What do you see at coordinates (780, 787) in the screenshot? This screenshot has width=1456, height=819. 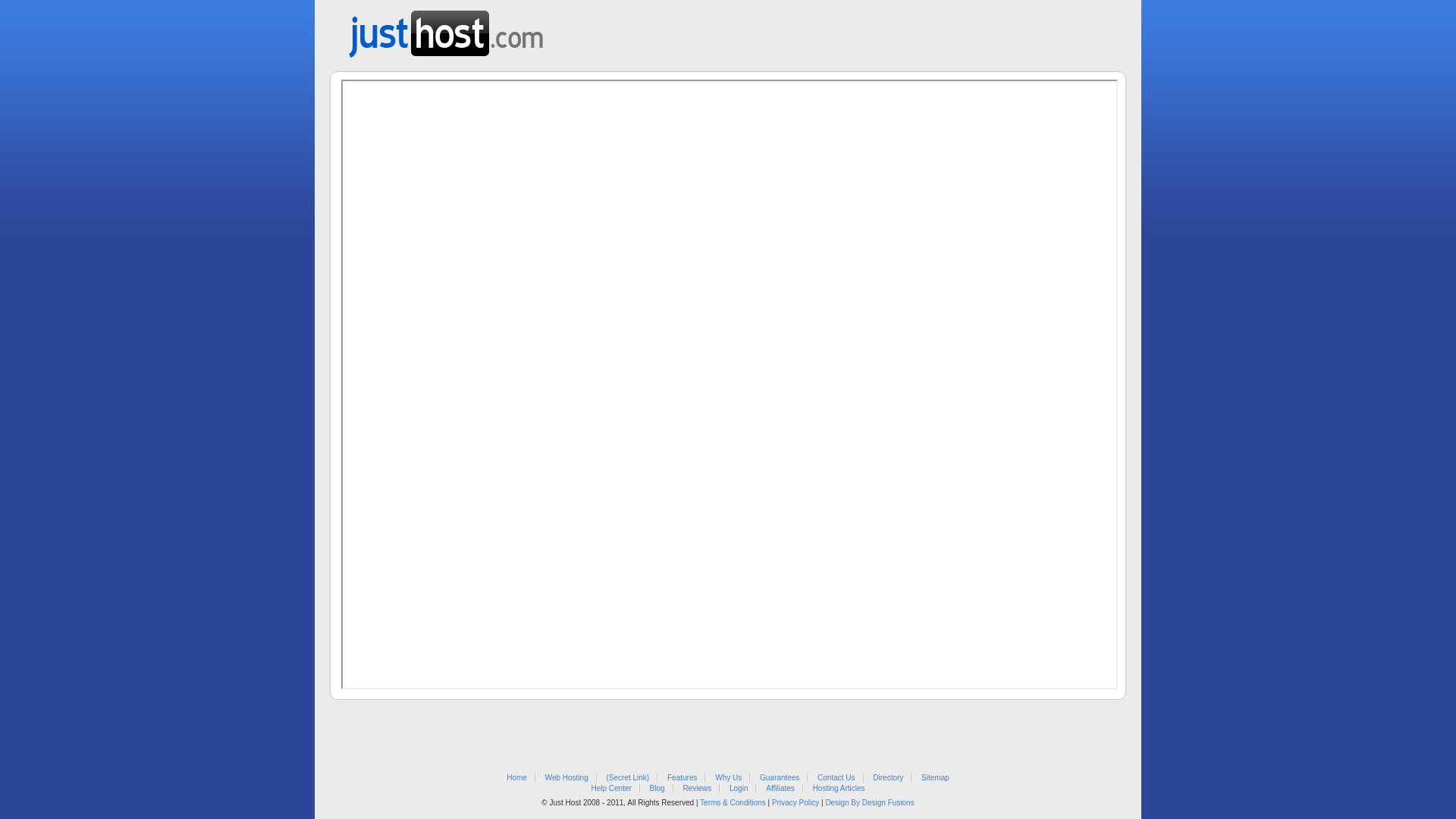 I see `'Affiliates'` at bounding box center [780, 787].